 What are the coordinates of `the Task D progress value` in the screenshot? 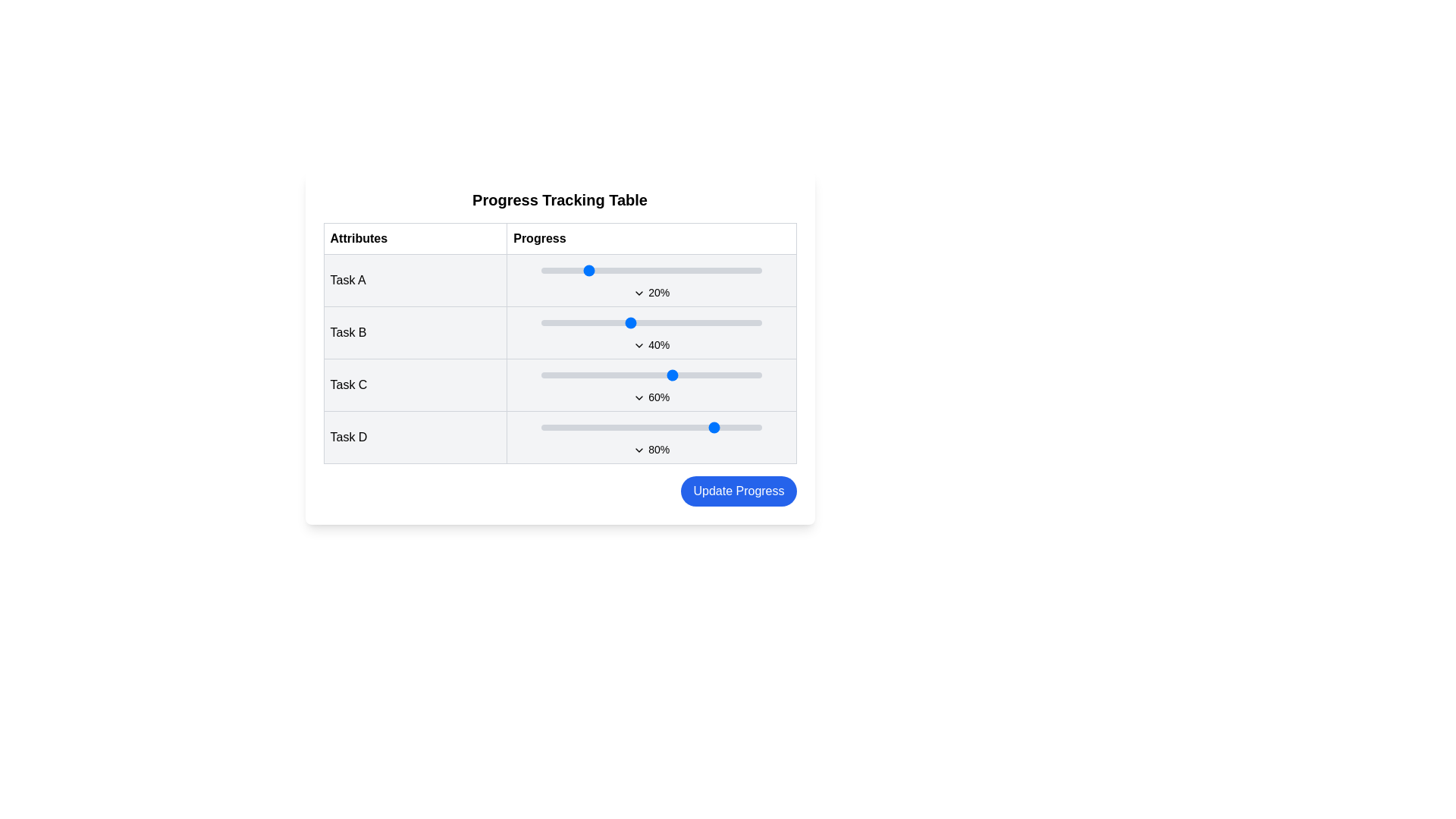 It's located at (609, 427).